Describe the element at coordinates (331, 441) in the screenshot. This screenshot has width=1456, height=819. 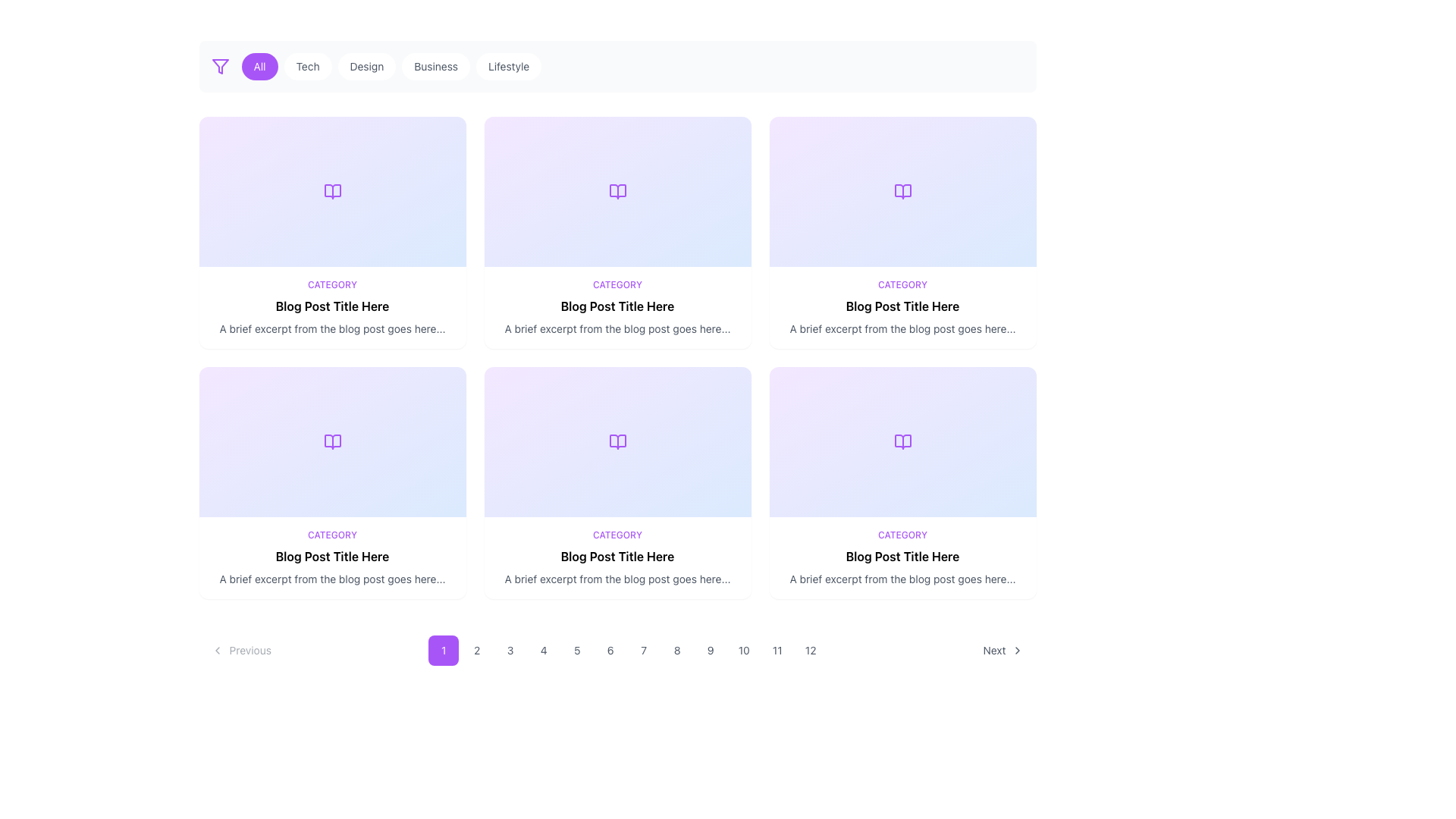
I see `the book icon located in the second row, first card of a 3x2 grid layout, which represents content related to reading or blogs` at that location.